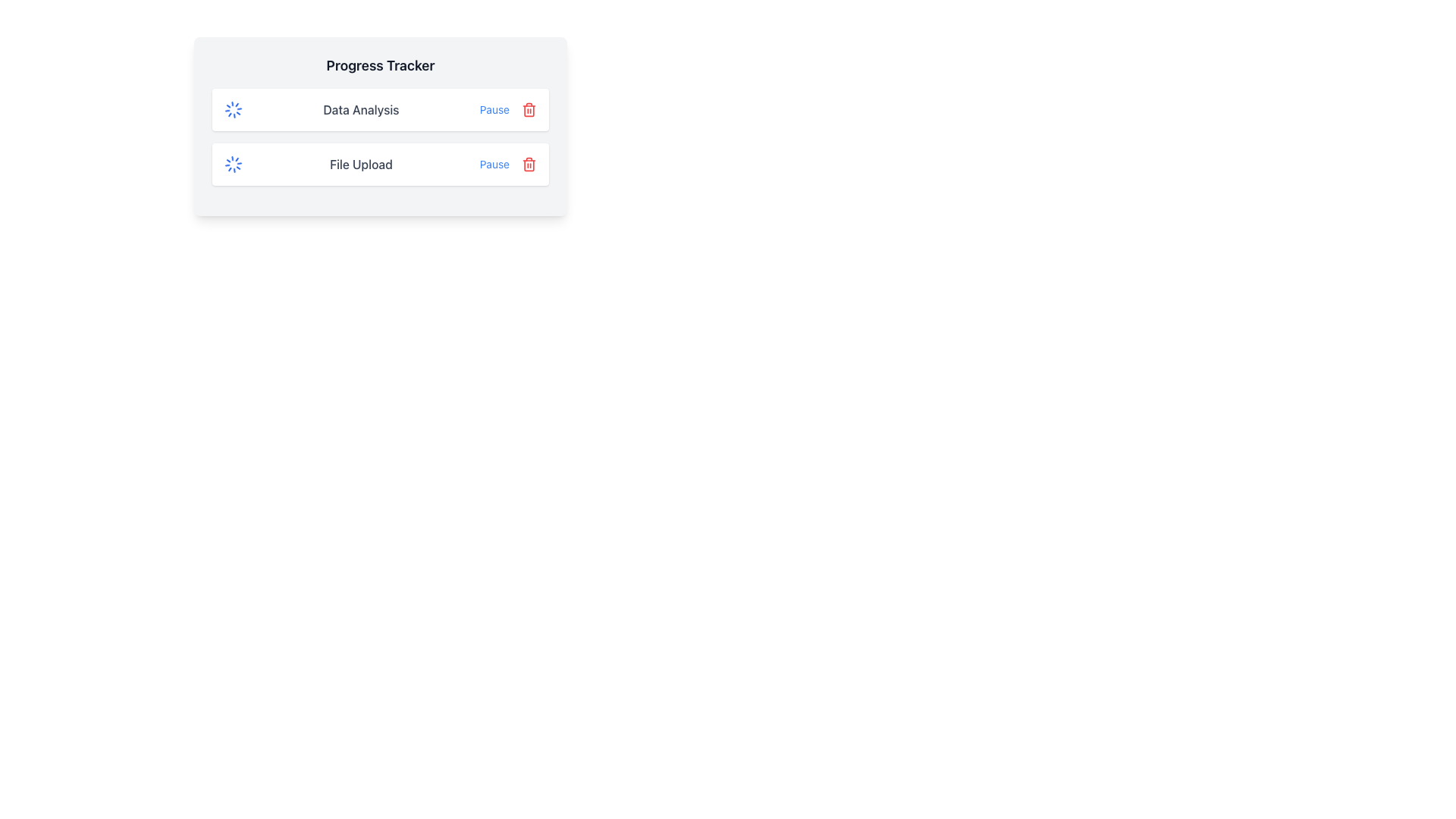 This screenshot has height=819, width=1456. Describe the element at coordinates (360, 109) in the screenshot. I see `the text label that describes the current status in the tracker interface, positioned between the spinning blue icon and the 'Pause' button` at that location.